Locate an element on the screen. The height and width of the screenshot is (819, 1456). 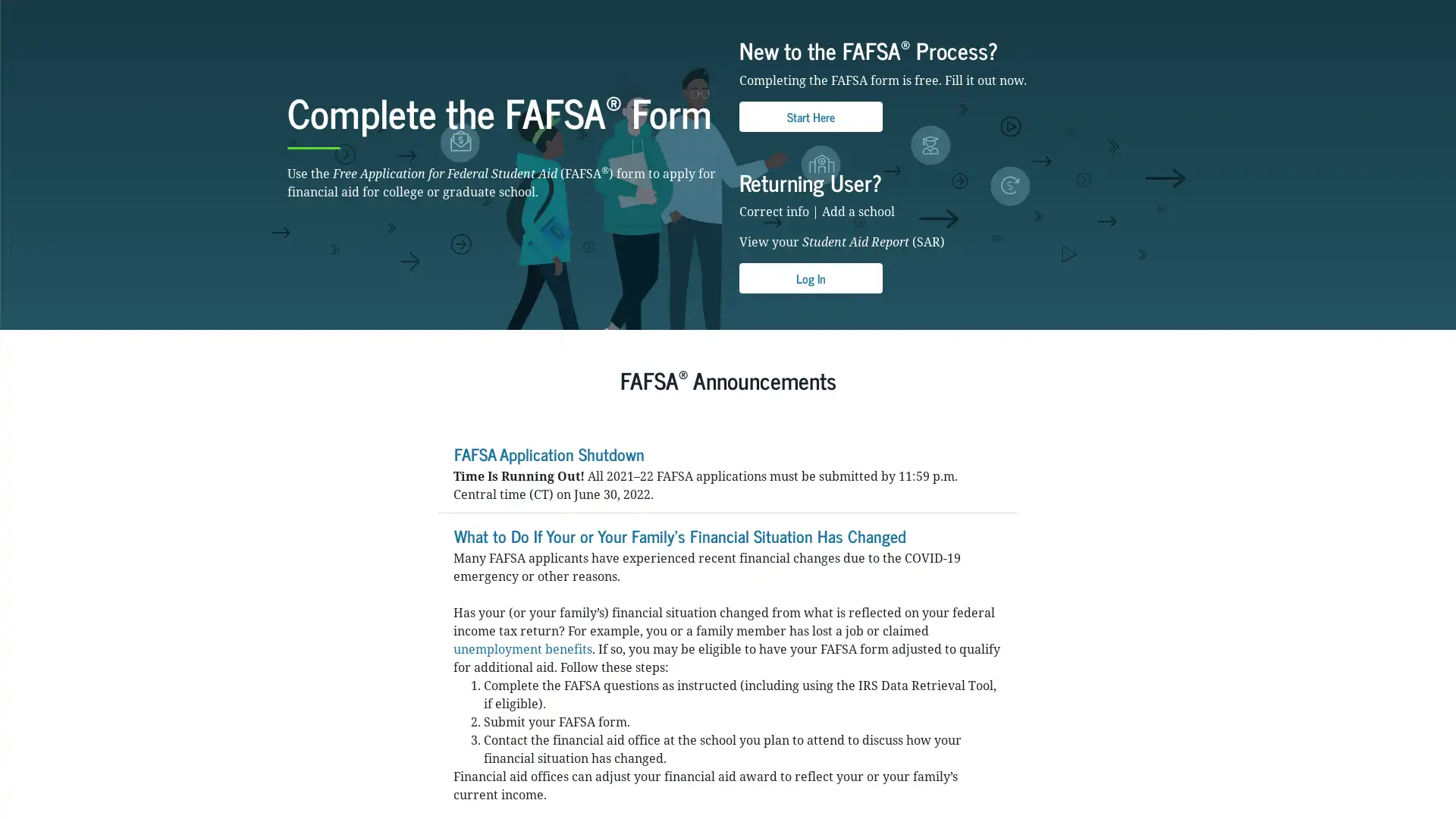
Log In is located at coordinates (810, 376).